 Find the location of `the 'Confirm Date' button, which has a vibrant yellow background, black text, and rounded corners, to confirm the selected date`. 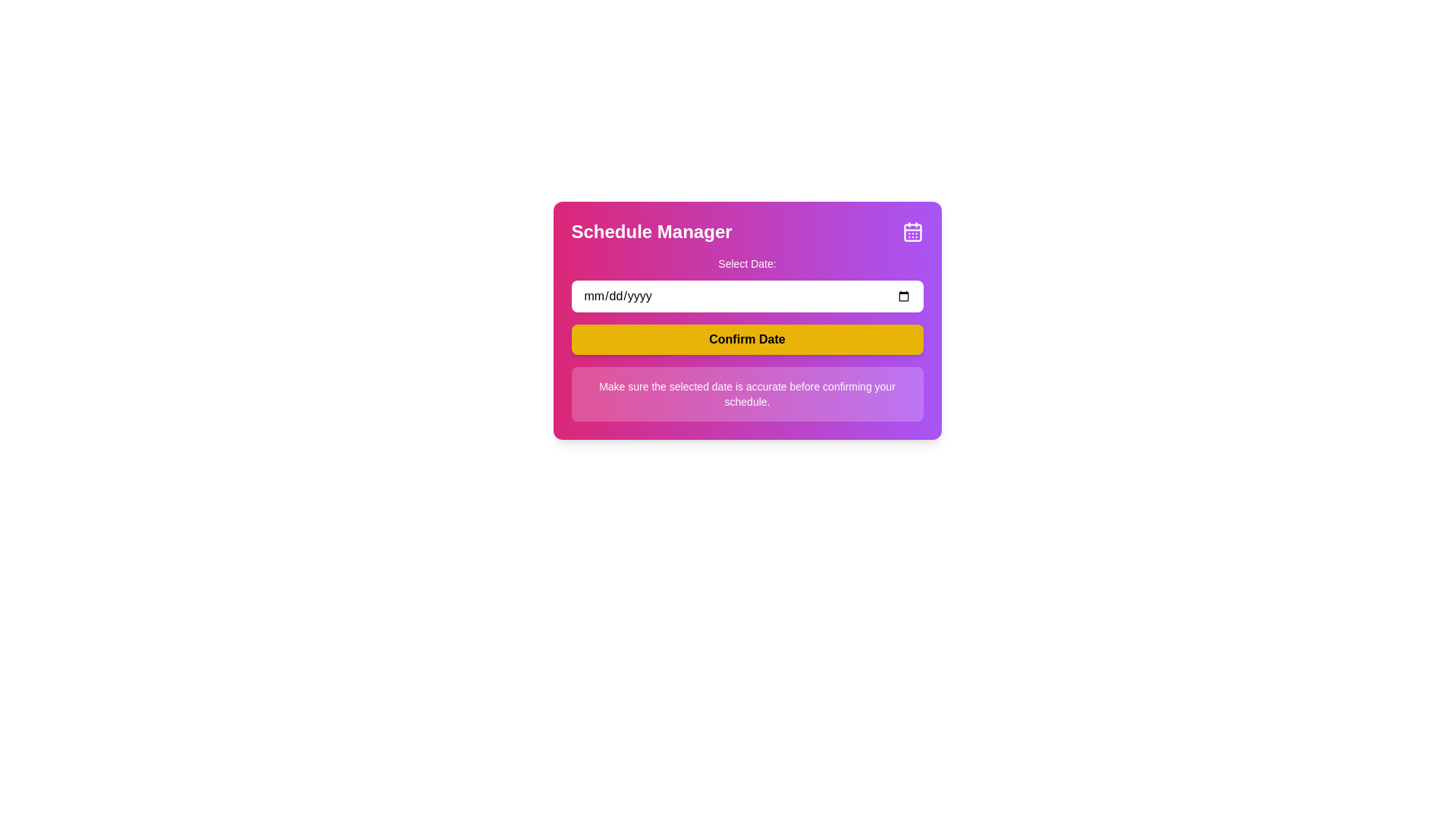

the 'Confirm Date' button, which has a vibrant yellow background, black text, and rounded corners, to confirm the selected date is located at coordinates (747, 338).